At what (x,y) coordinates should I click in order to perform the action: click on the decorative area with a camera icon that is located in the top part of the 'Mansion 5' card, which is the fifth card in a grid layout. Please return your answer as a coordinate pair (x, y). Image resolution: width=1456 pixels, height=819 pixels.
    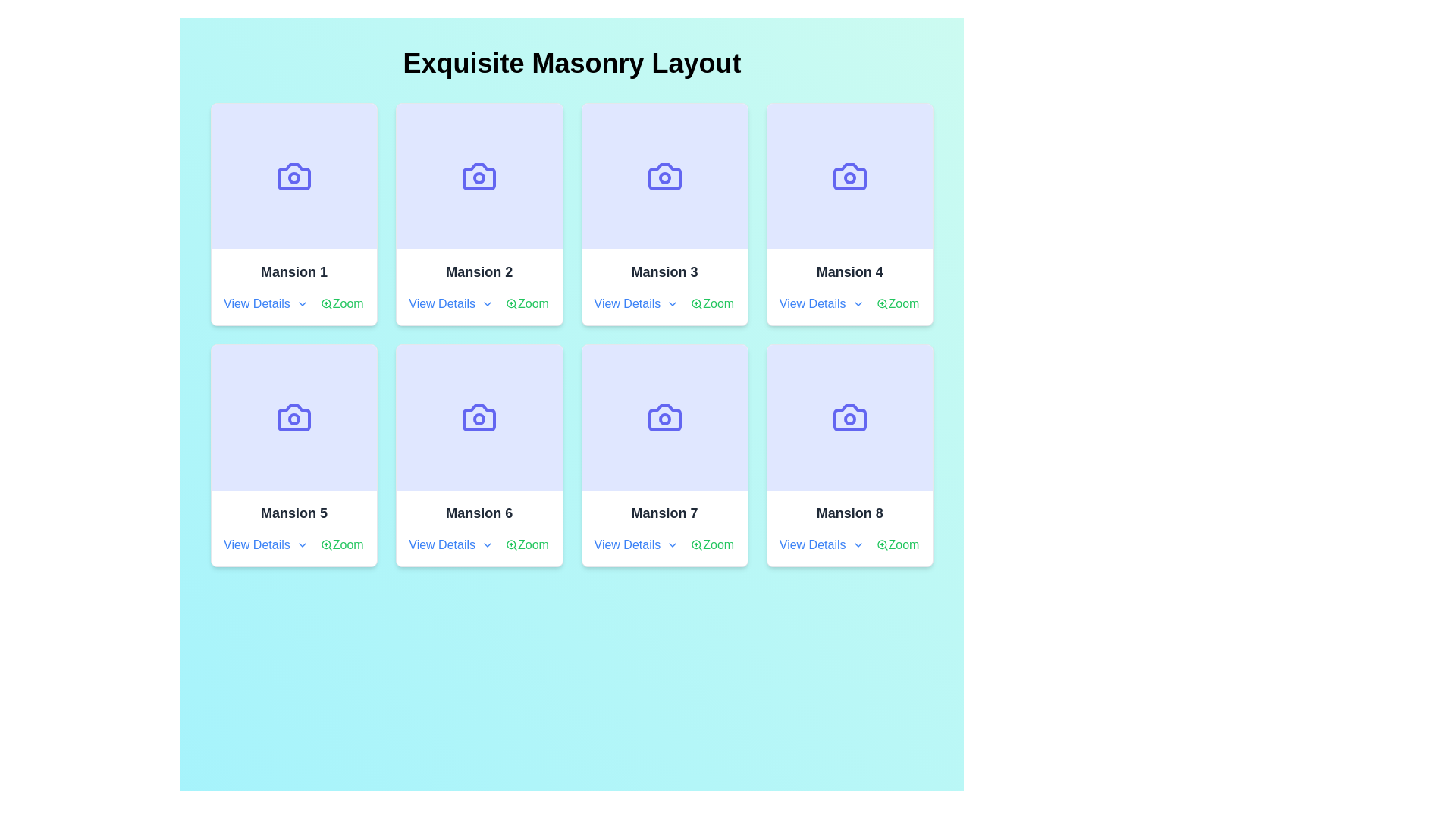
    Looking at the image, I should click on (294, 418).